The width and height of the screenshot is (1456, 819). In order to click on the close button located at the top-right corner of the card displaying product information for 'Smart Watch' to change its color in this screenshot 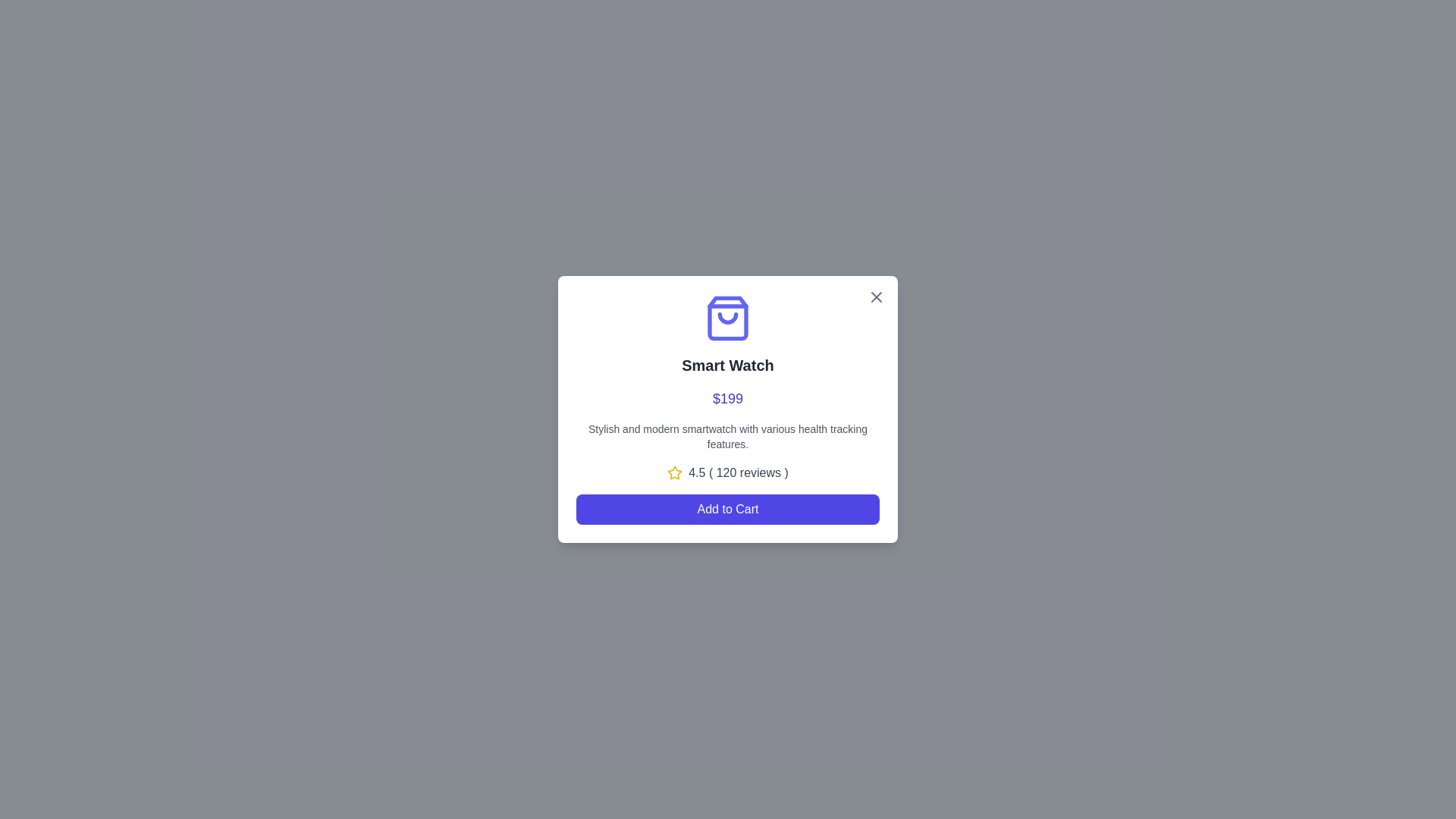, I will do `click(877, 297)`.